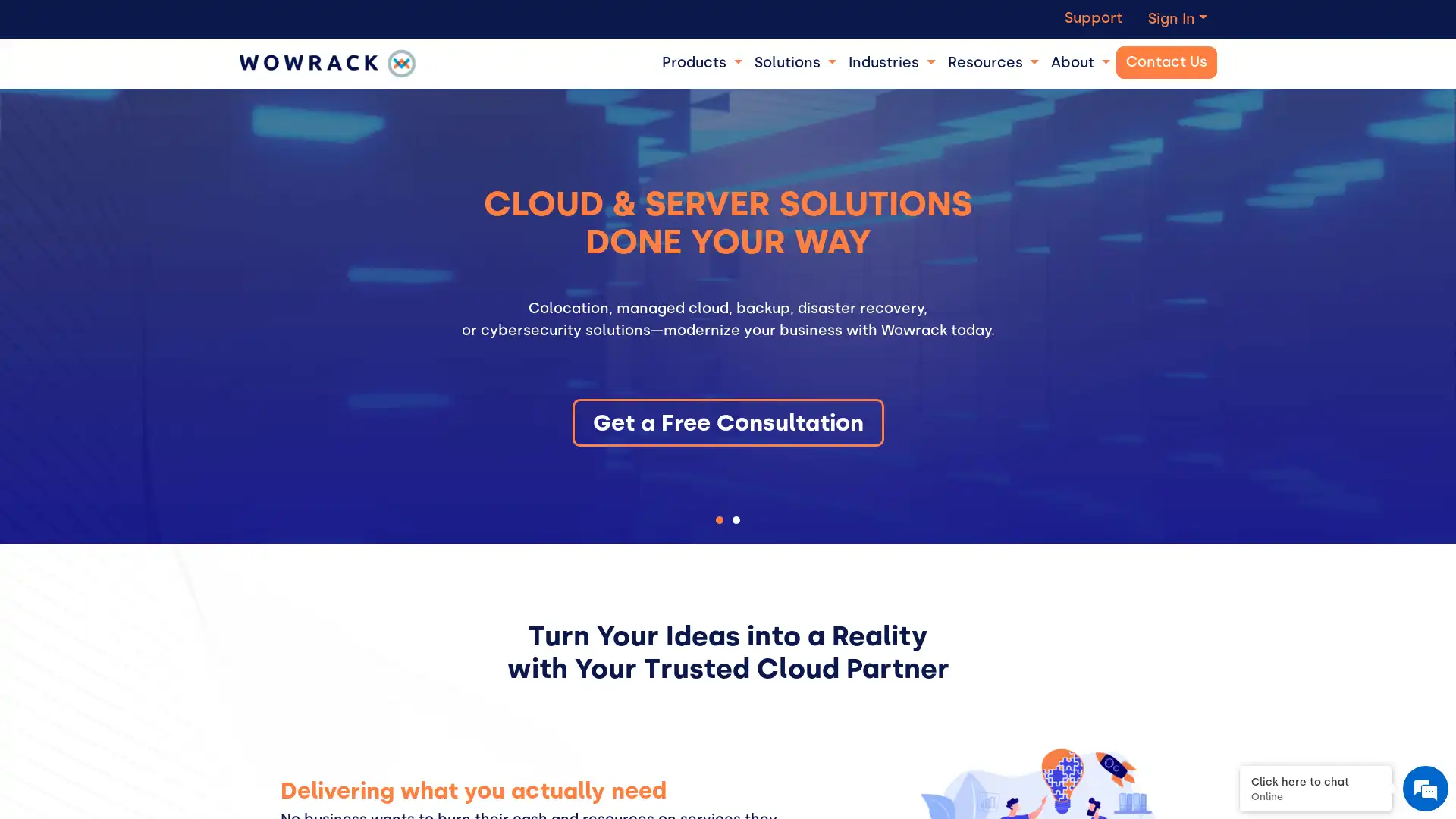 The height and width of the screenshot is (819, 1456). What do you see at coordinates (736, 519) in the screenshot?
I see `Goto slide 2` at bounding box center [736, 519].